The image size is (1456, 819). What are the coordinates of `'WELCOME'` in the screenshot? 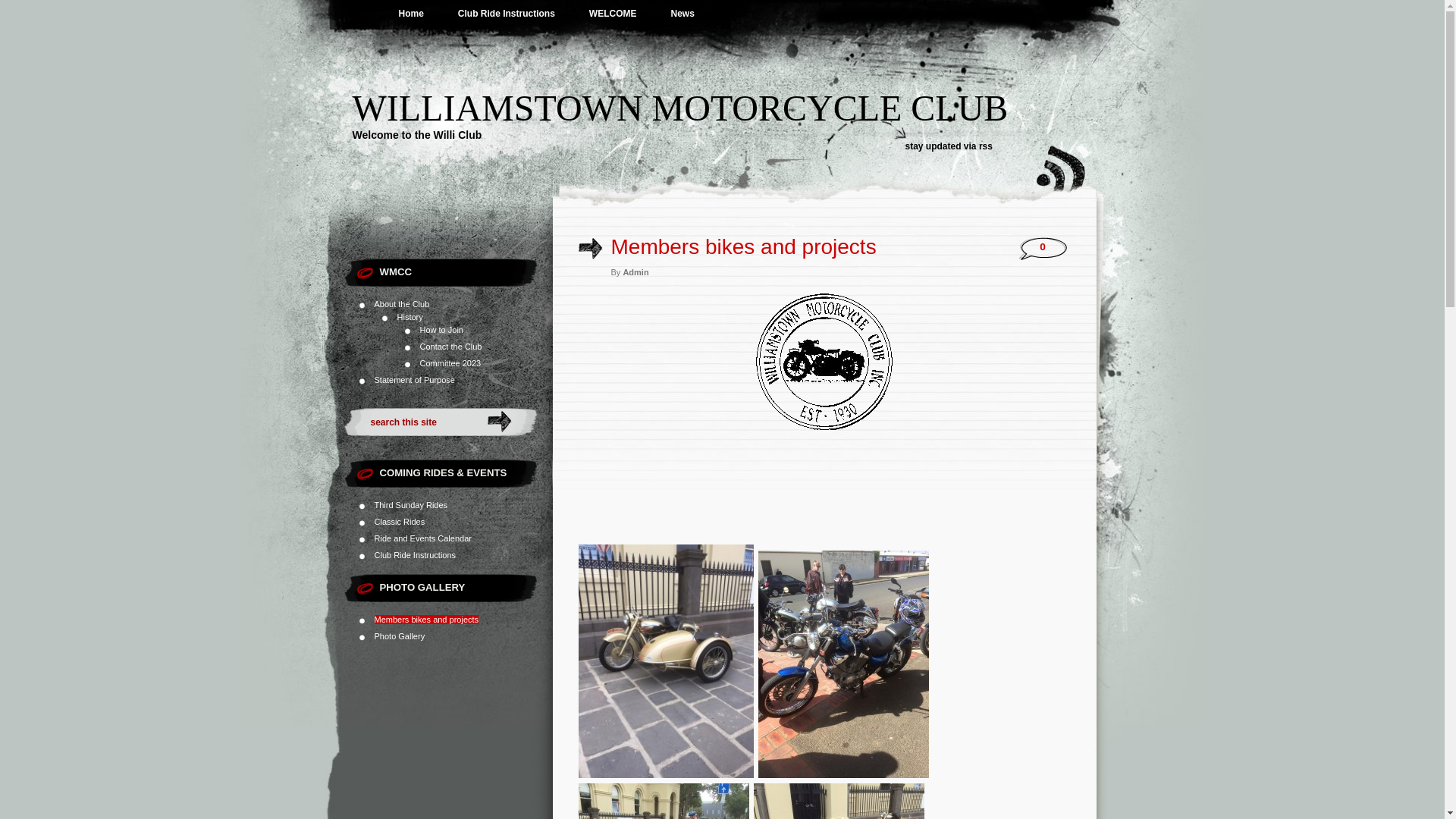 It's located at (613, 14).